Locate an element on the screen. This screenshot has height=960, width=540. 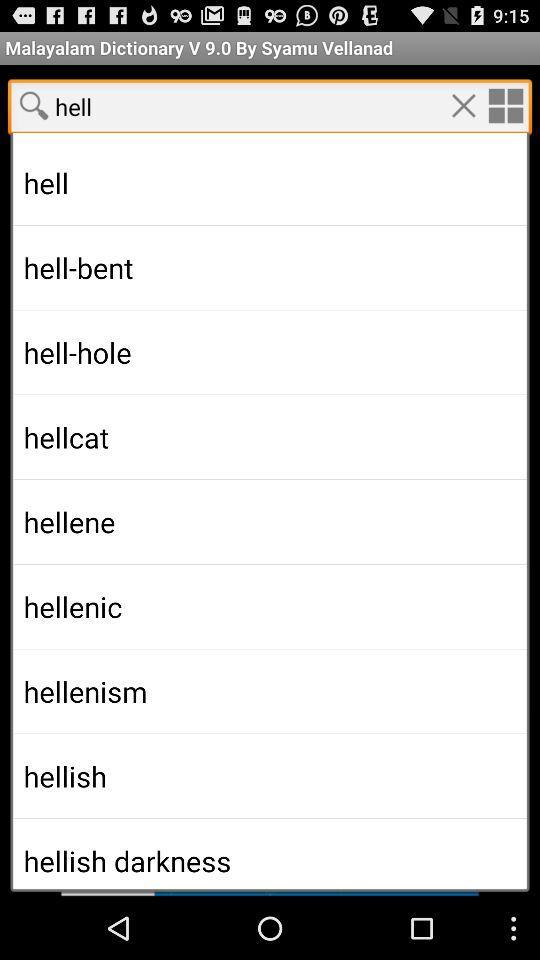
search results is located at coordinates (270, 490).